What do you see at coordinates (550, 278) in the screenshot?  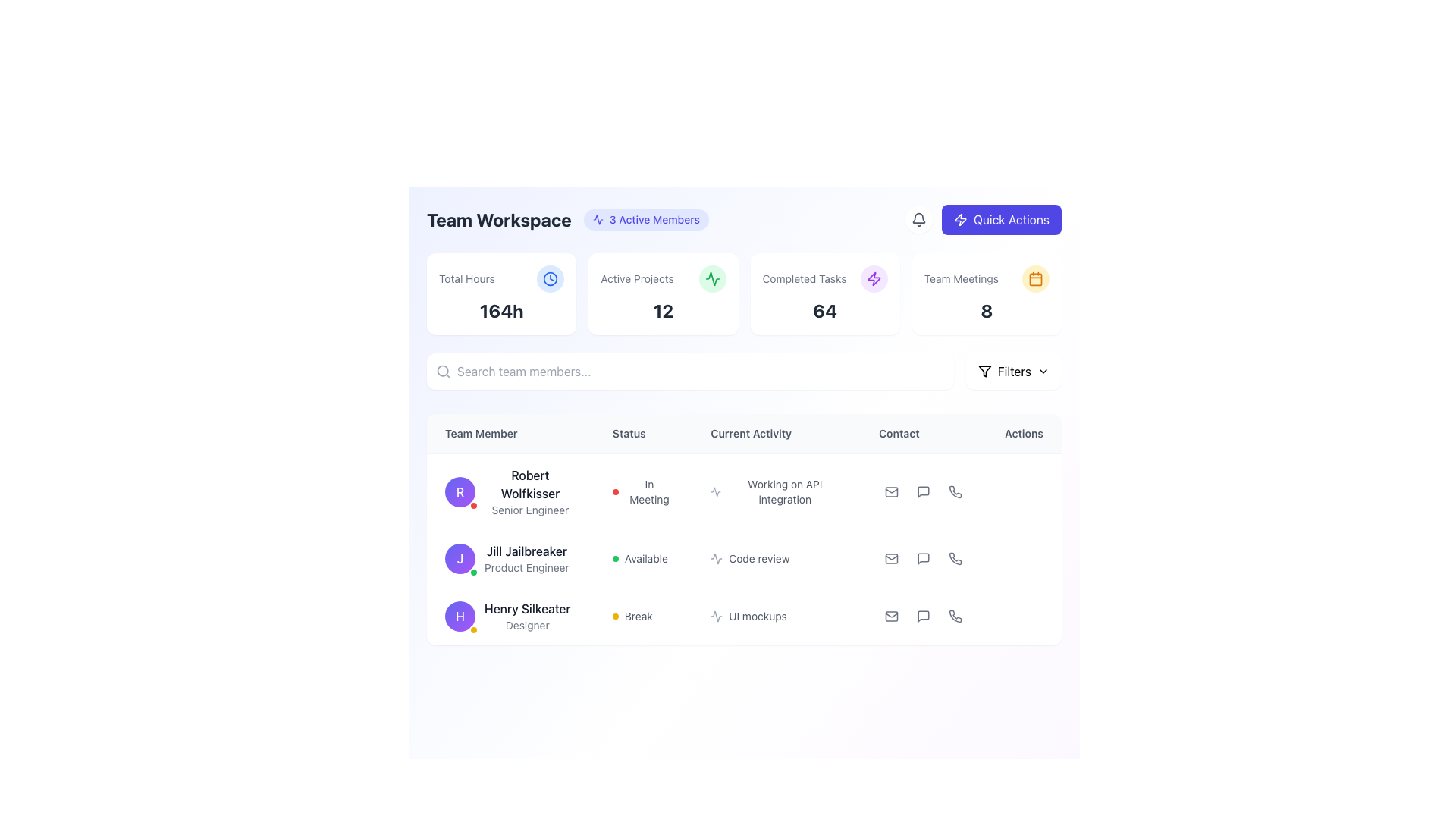 I see `the blue minimalist clock icon located in the 'Total Hours' summary card, positioned to the immediate right of the text, within the highlighted metrics section` at bounding box center [550, 278].